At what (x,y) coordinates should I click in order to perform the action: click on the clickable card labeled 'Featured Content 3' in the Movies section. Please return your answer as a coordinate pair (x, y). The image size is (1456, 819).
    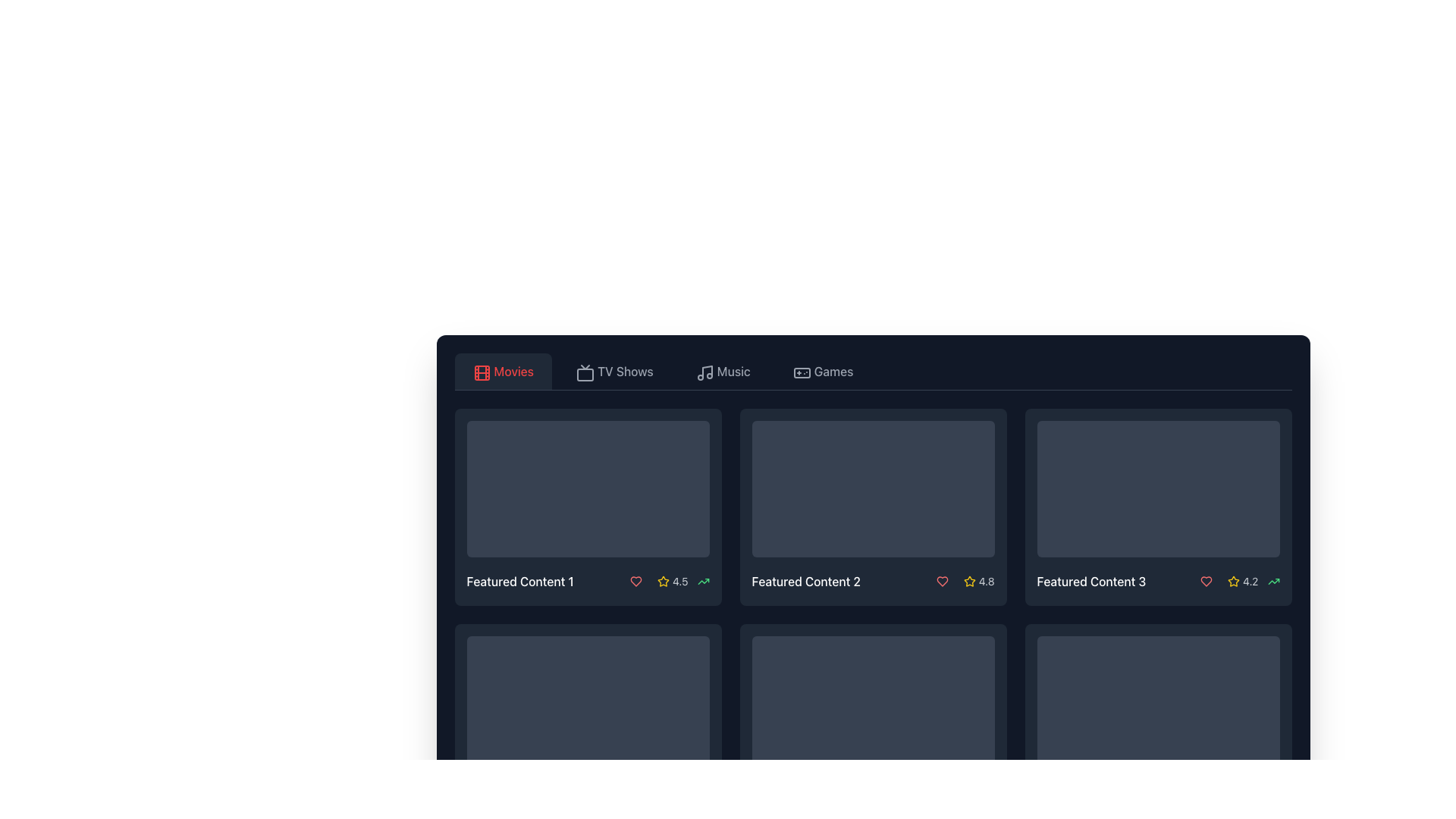
    Looking at the image, I should click on (1157, 507).